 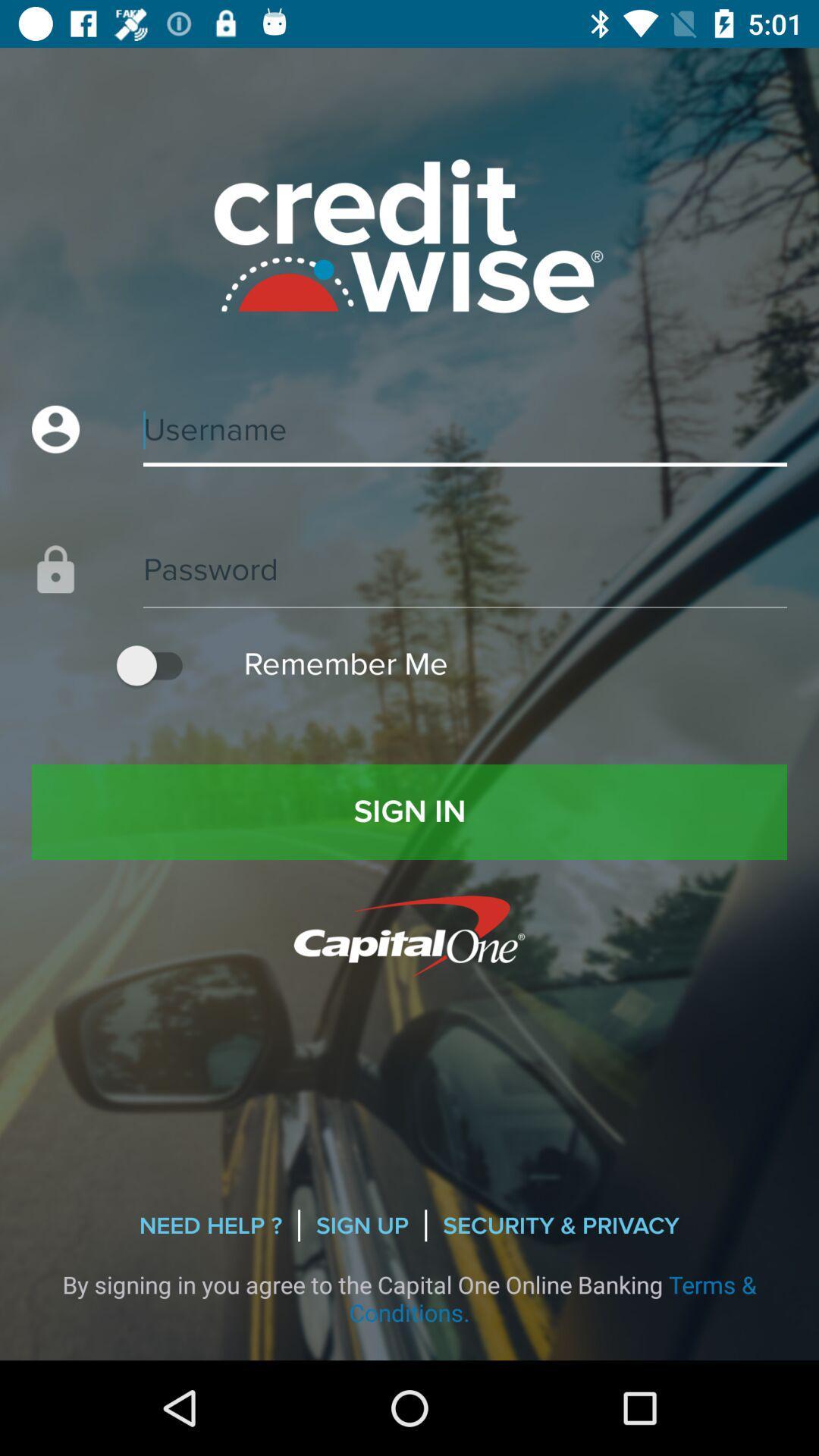 I want to click on the need help ? item, so click(x=210, y=1225).